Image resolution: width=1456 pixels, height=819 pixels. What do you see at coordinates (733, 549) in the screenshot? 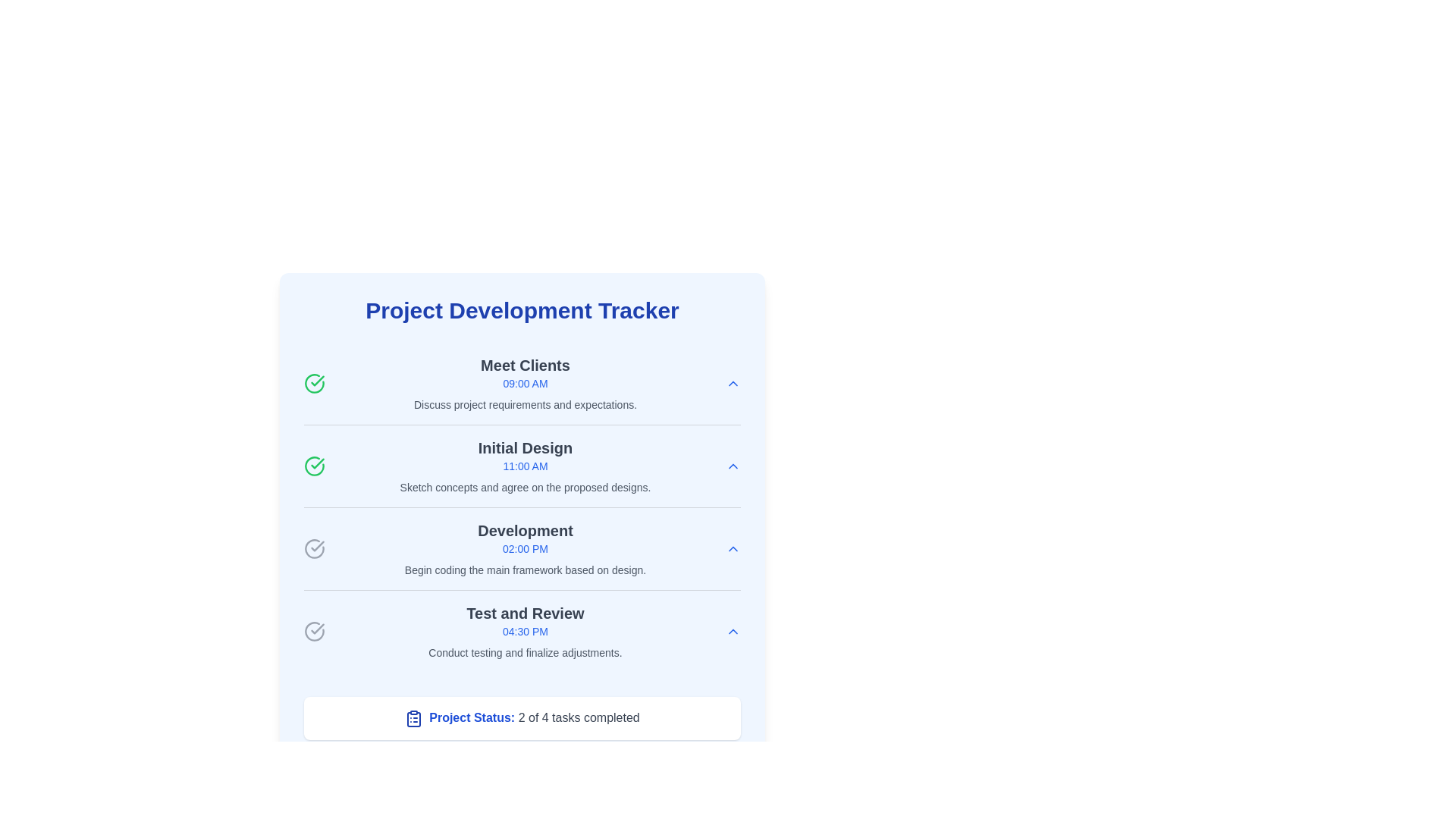
I see `the toggle icon button located at the top-right of the description text 'Begin coding the main framework based on design.'` at bounding box center [733, 549].